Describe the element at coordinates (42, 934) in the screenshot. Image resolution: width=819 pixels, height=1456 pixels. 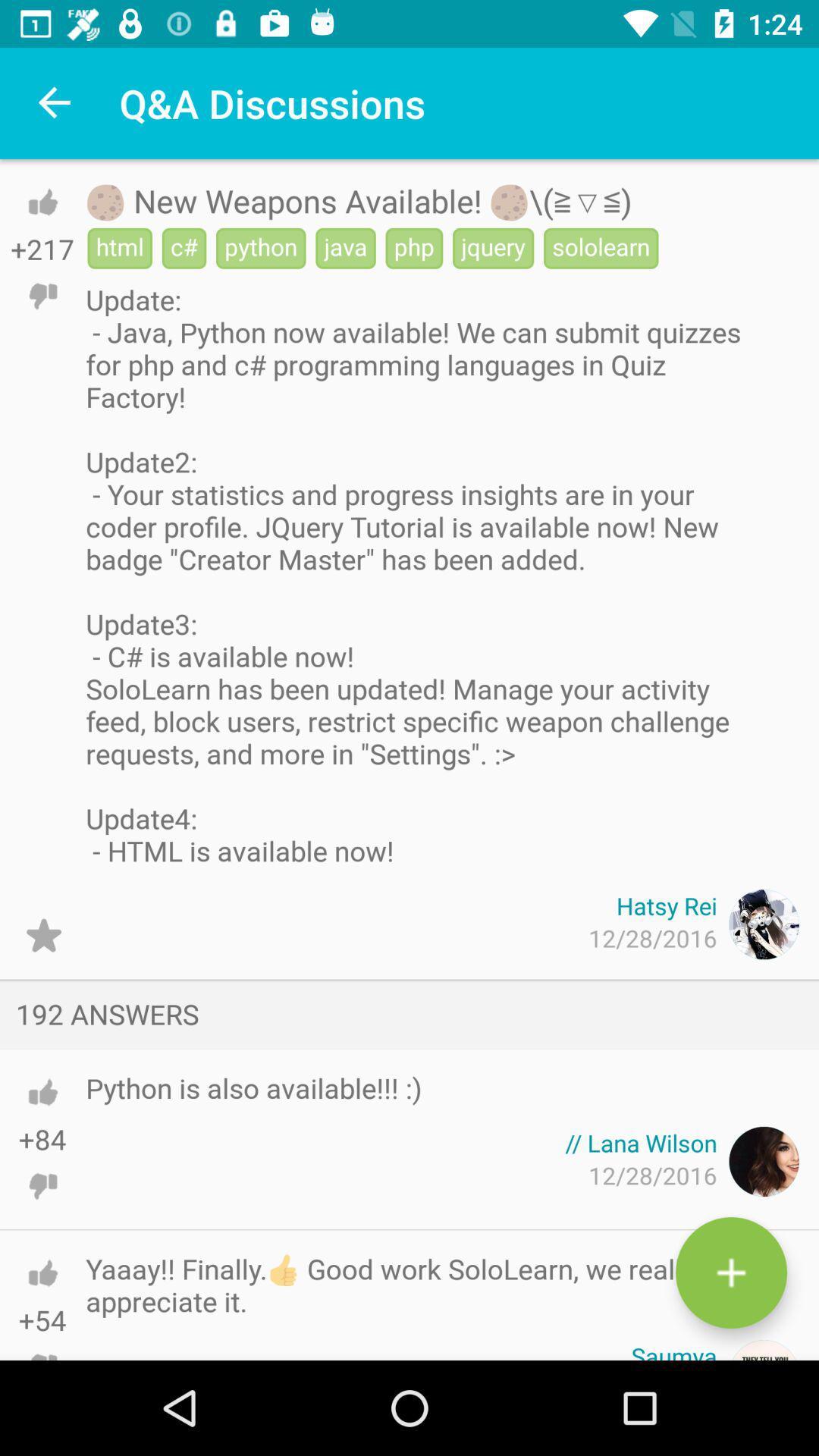
I see `option` at that location.